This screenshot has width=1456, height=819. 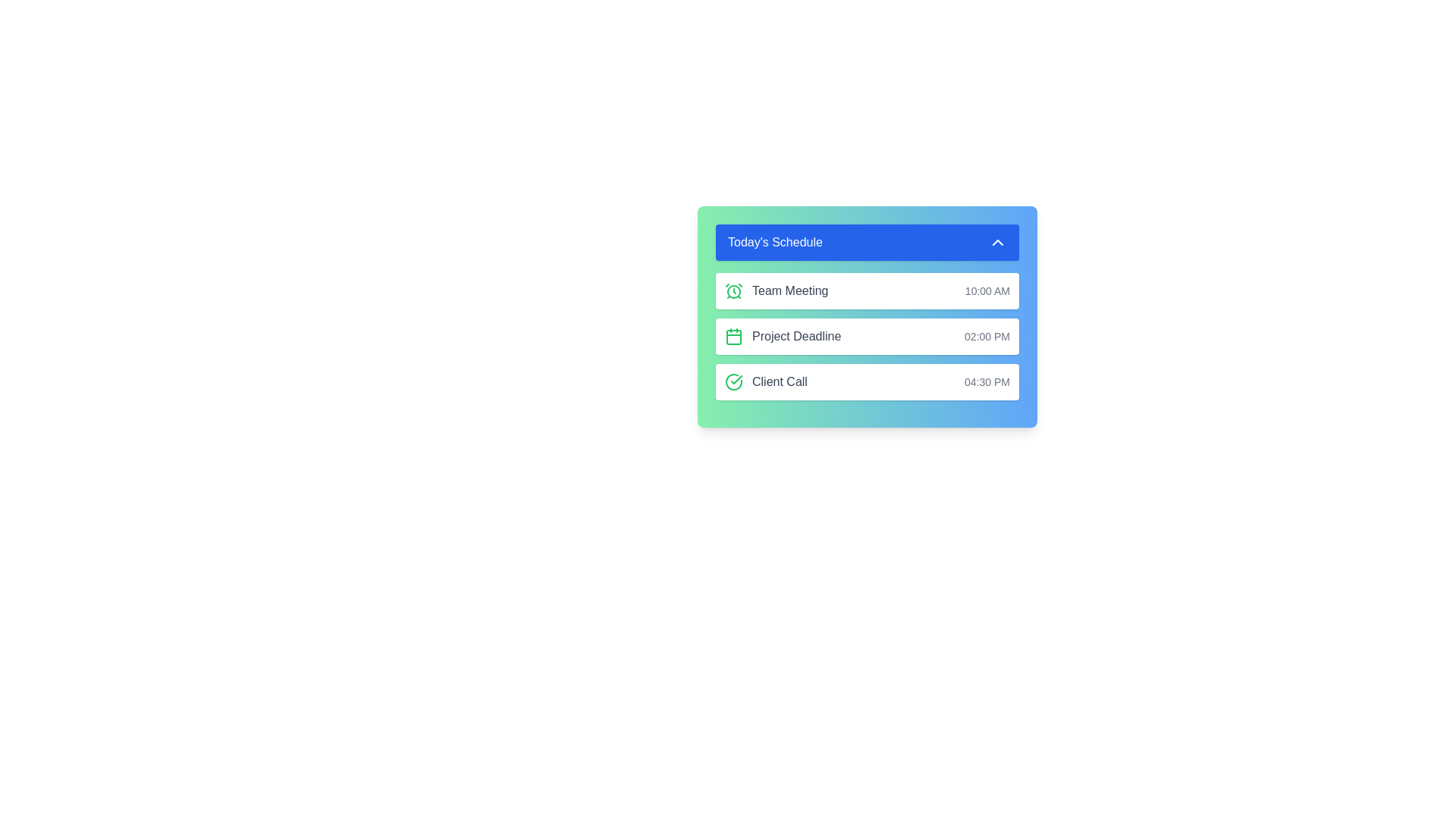 I want to click on the schedule item corresponding to Project Deadline, so click(x=867, y=335).